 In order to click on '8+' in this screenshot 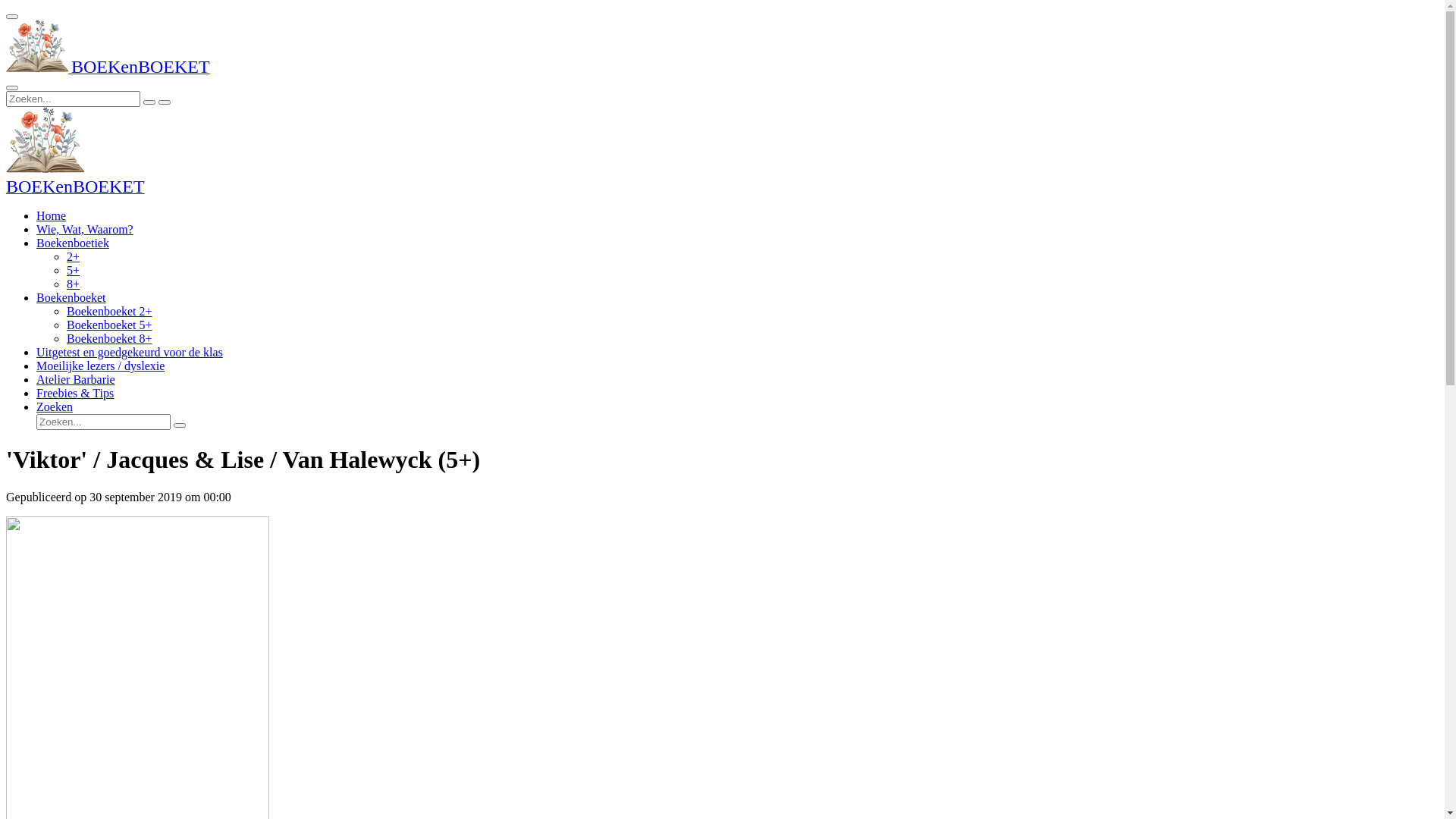, I will do `click(72, 284)`.